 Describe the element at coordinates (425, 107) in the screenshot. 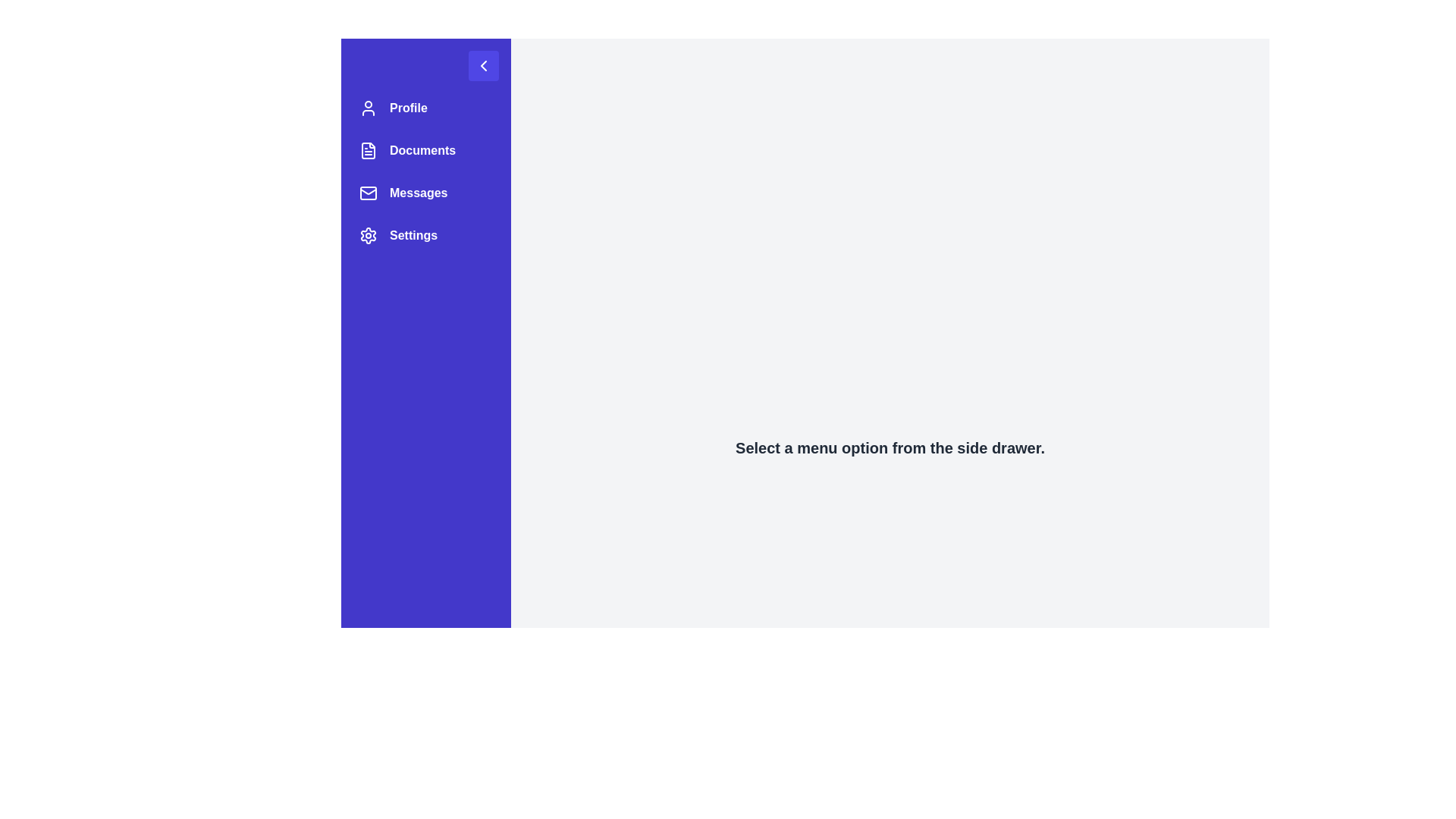

I see `the first Navigation menu item labeled 'Profile'` at that location.